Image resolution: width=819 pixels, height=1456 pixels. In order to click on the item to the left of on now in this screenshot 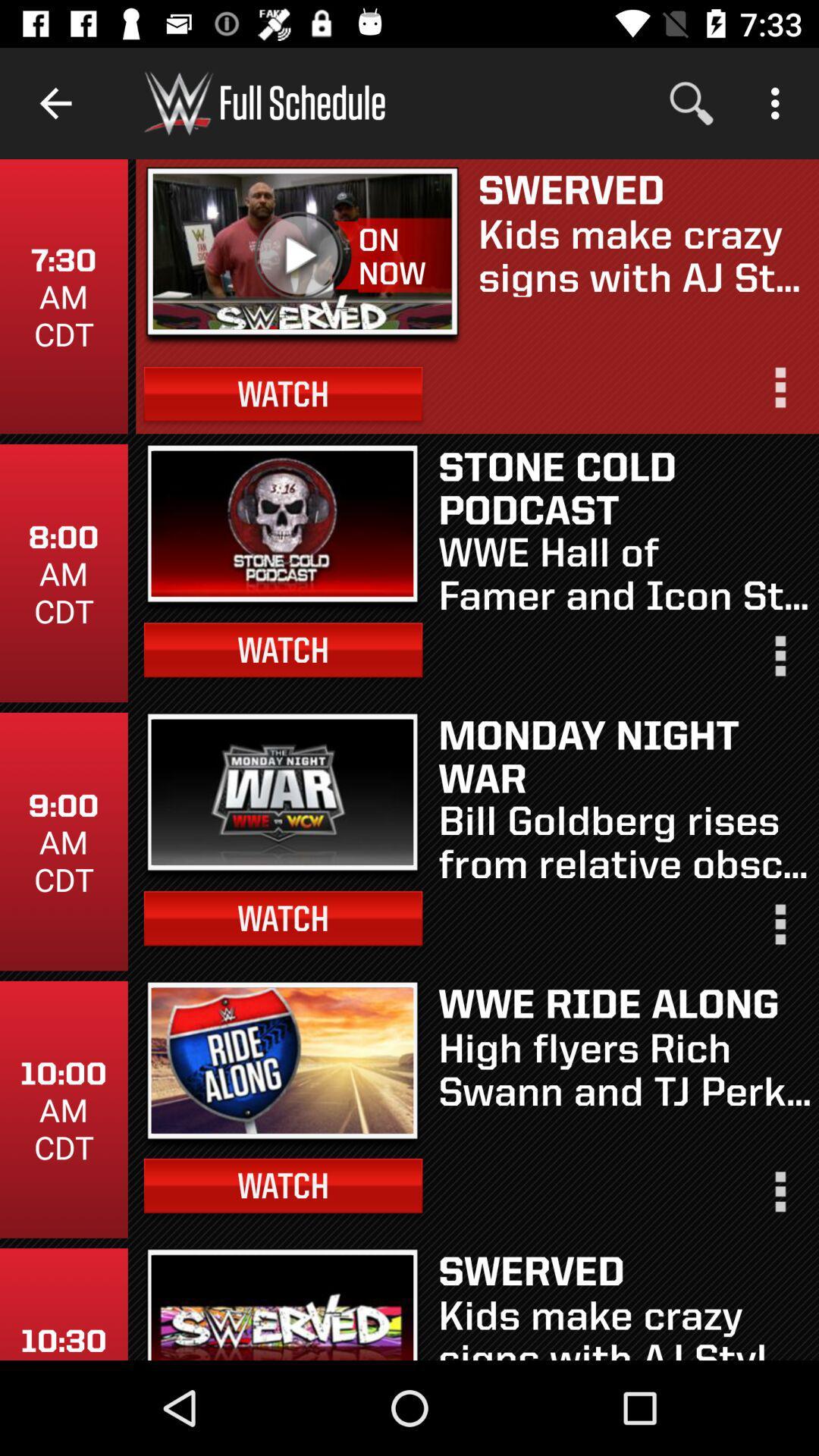, I will do `click(303, 256)`.